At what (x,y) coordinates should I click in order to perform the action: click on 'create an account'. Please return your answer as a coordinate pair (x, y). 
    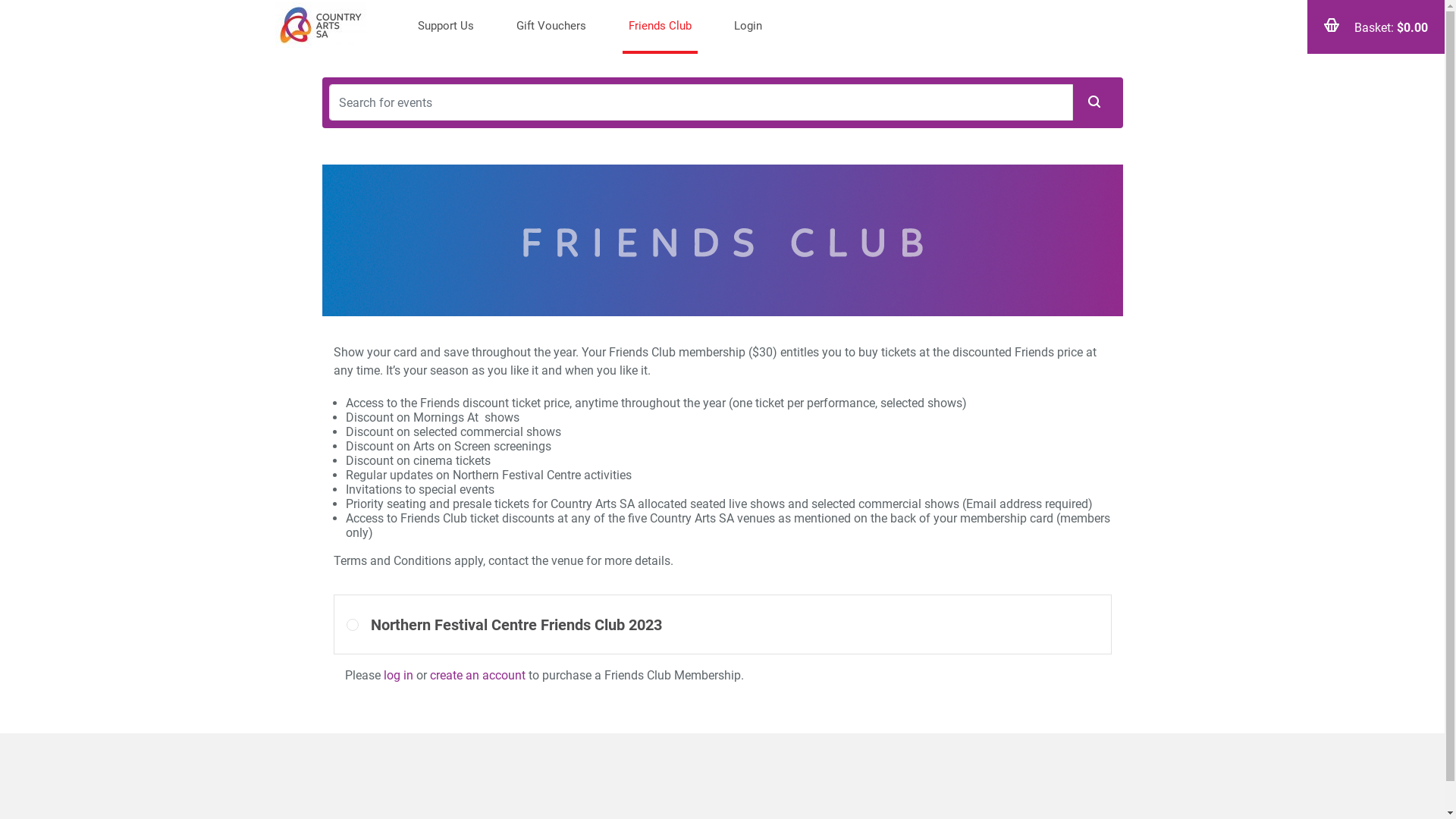
    Looking at the image, I should click on (475, 674).